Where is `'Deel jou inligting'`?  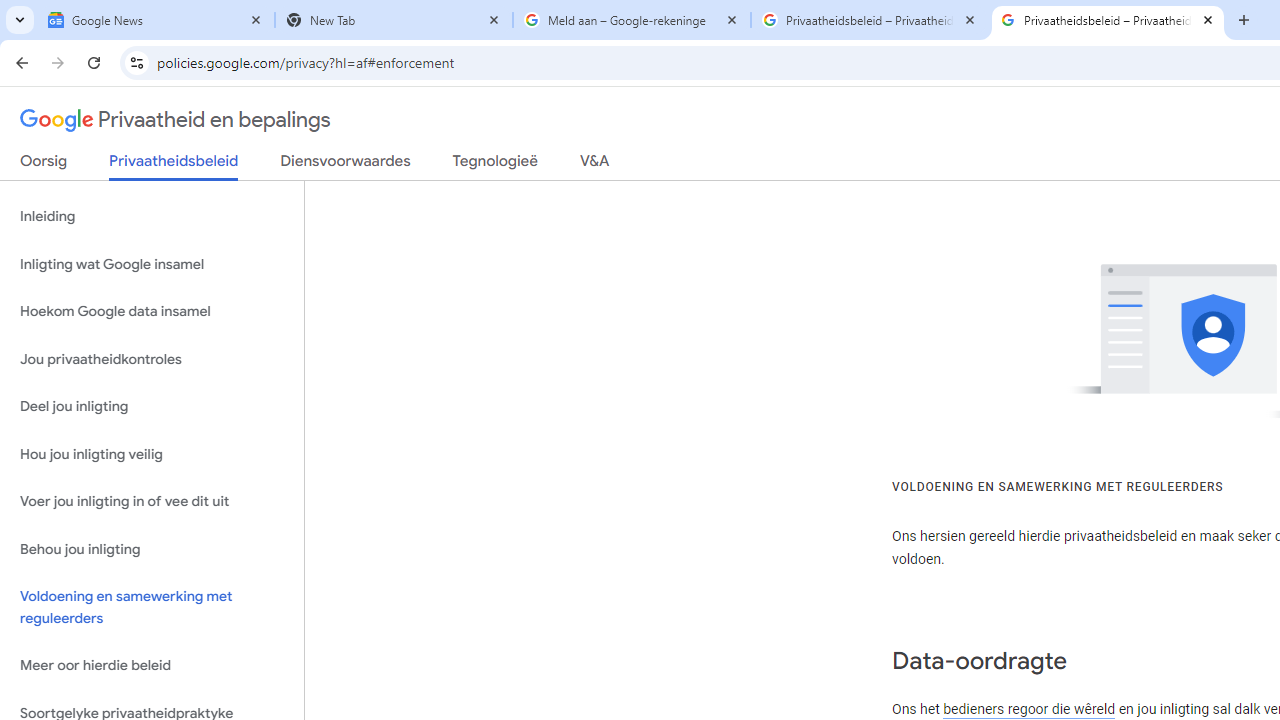
'Deel jou inligting' is located at coordinates (151, 406).